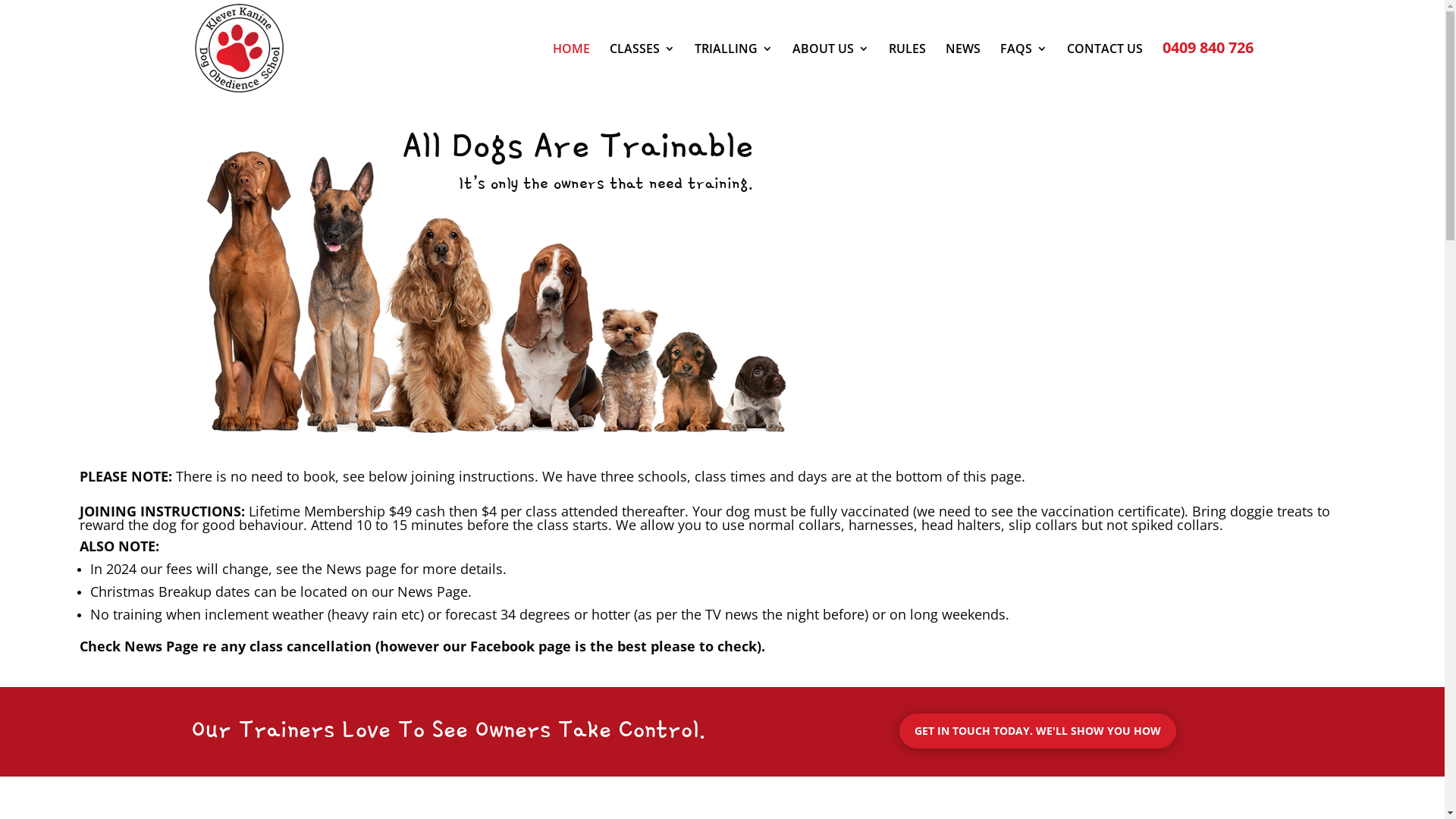 This screenshot has height=819, width=1456. What do you see at coordinates (1065, 70) in the screenshot?
I see `'CONTACT US'` at bounding box center [1065, 70].